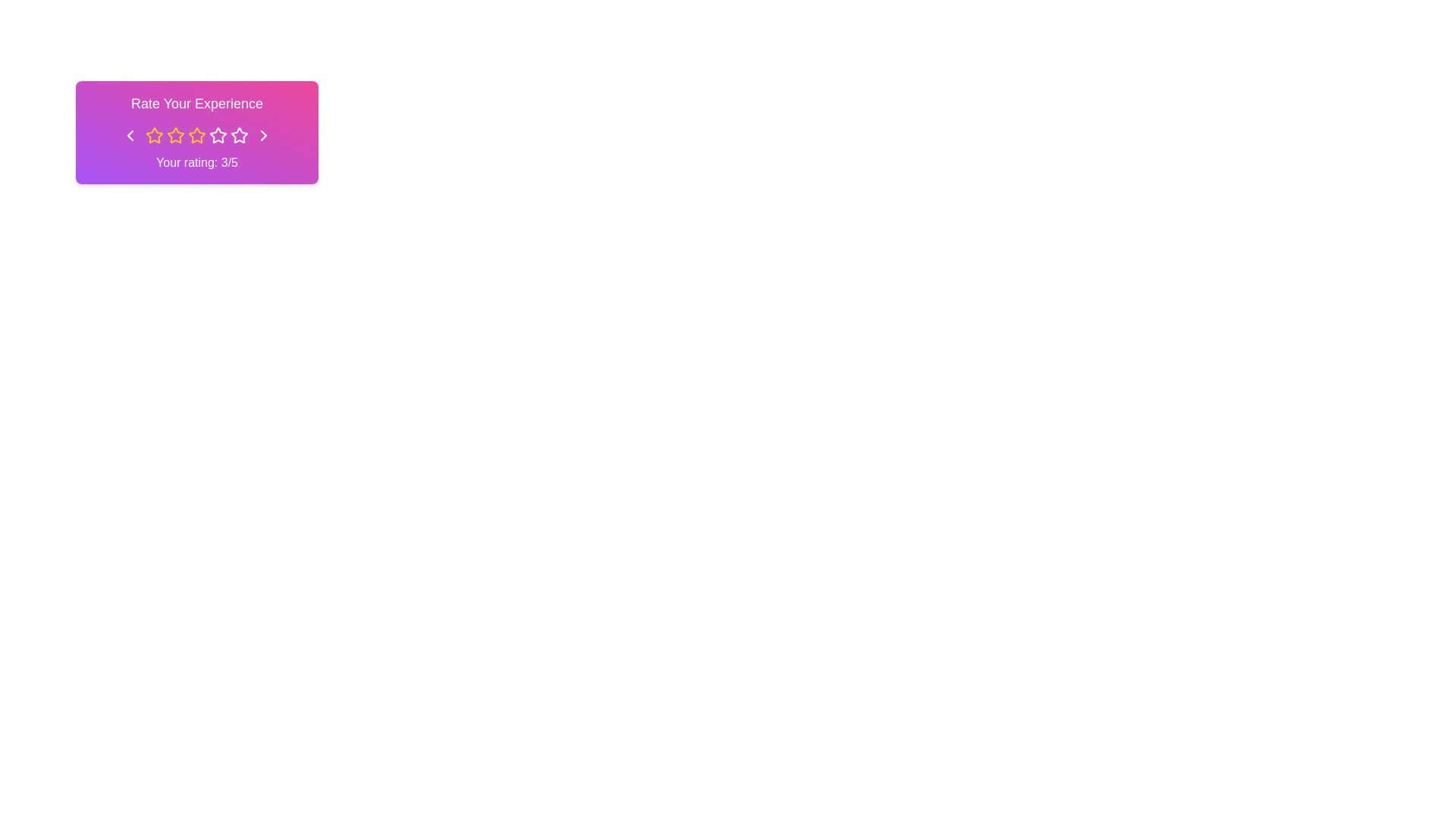 The height and width of the screenshot is (819, 1456). What do you see at coordinates (196, 134) in the screenshot?
I see `the third star in the rating component` at bounding box center [196, 134].